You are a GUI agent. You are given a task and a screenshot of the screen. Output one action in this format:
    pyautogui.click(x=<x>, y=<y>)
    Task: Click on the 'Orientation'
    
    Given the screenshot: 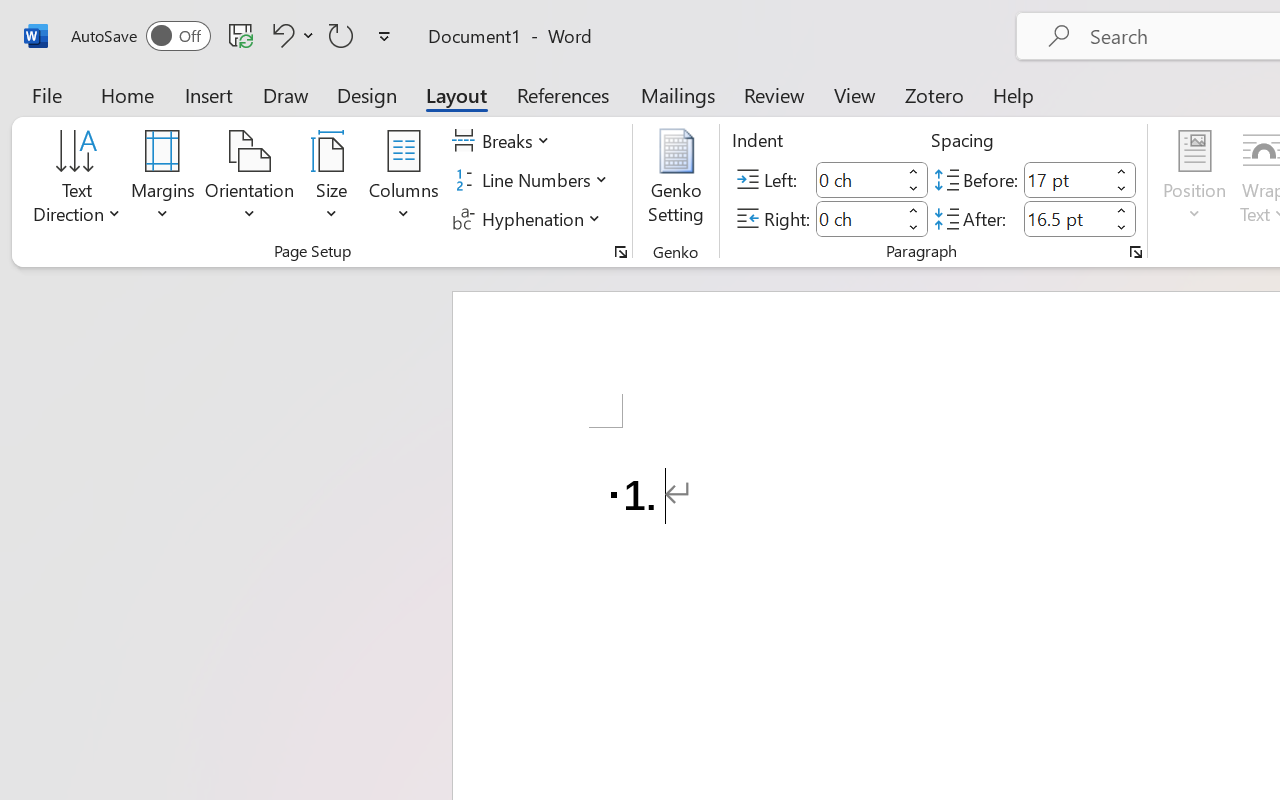 What is the action you would take?
    pyautogui.click(x=249, y=179)
    